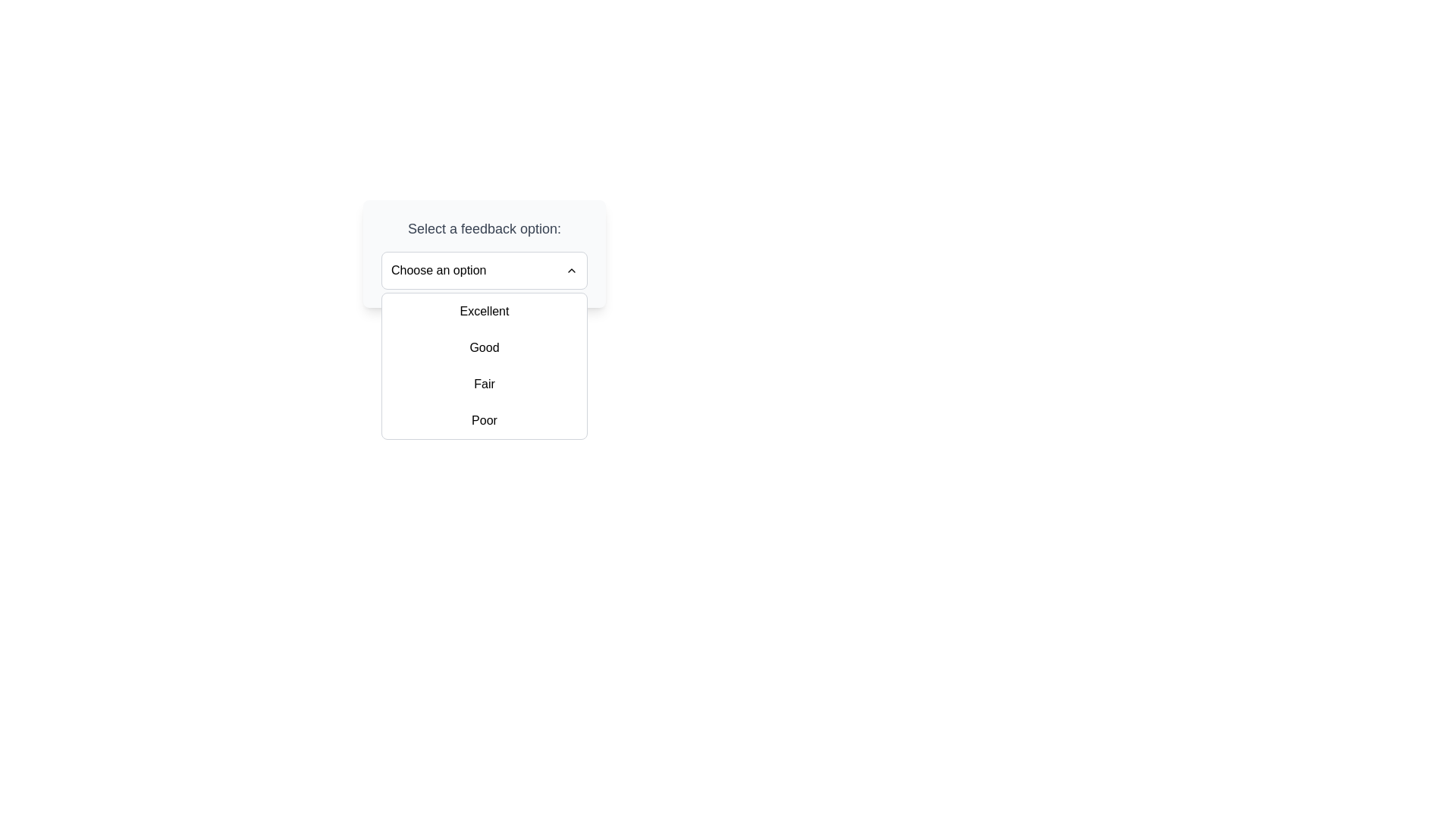 The width and height of the screenshot is (1456, 819). What do you see at coordinates (483, 253) in the screenshot?
I see `the feedback selection dropdown menu located in the center of the modal window` at bounding box center [483, 253].